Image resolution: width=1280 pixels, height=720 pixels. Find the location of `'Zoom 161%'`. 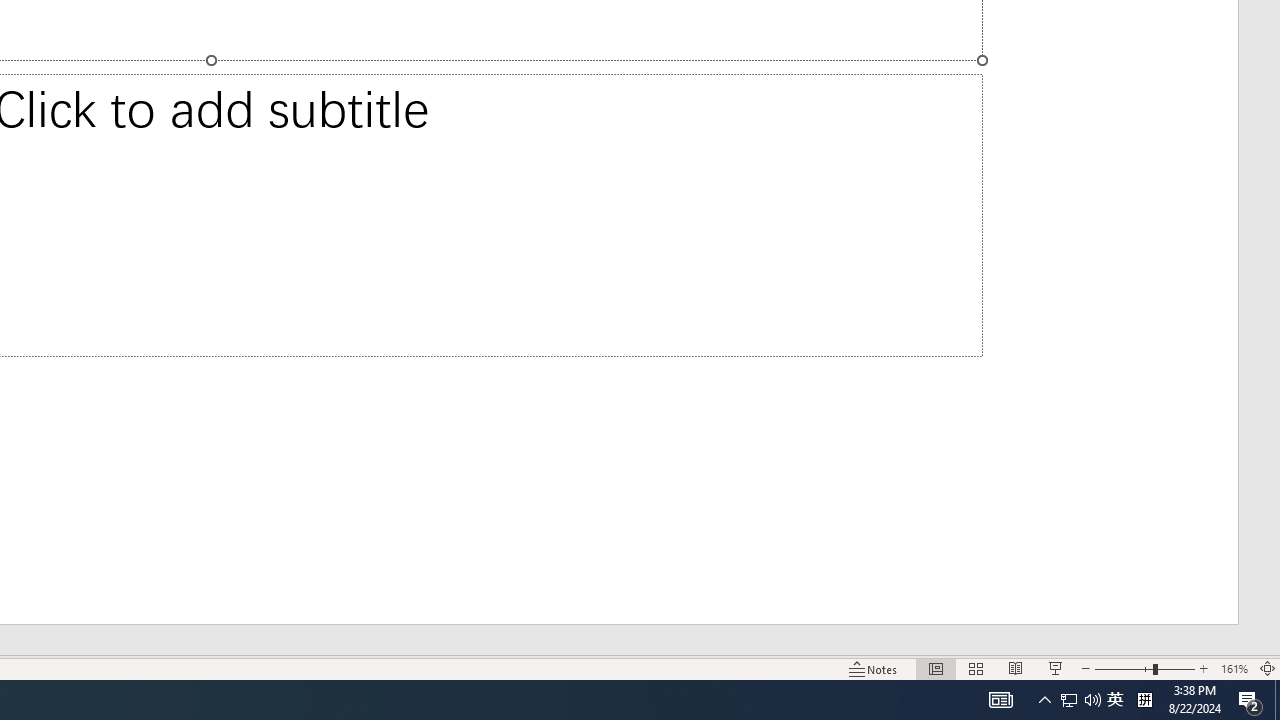

'Zoom 161%' is located at coordinates (1233, 669).